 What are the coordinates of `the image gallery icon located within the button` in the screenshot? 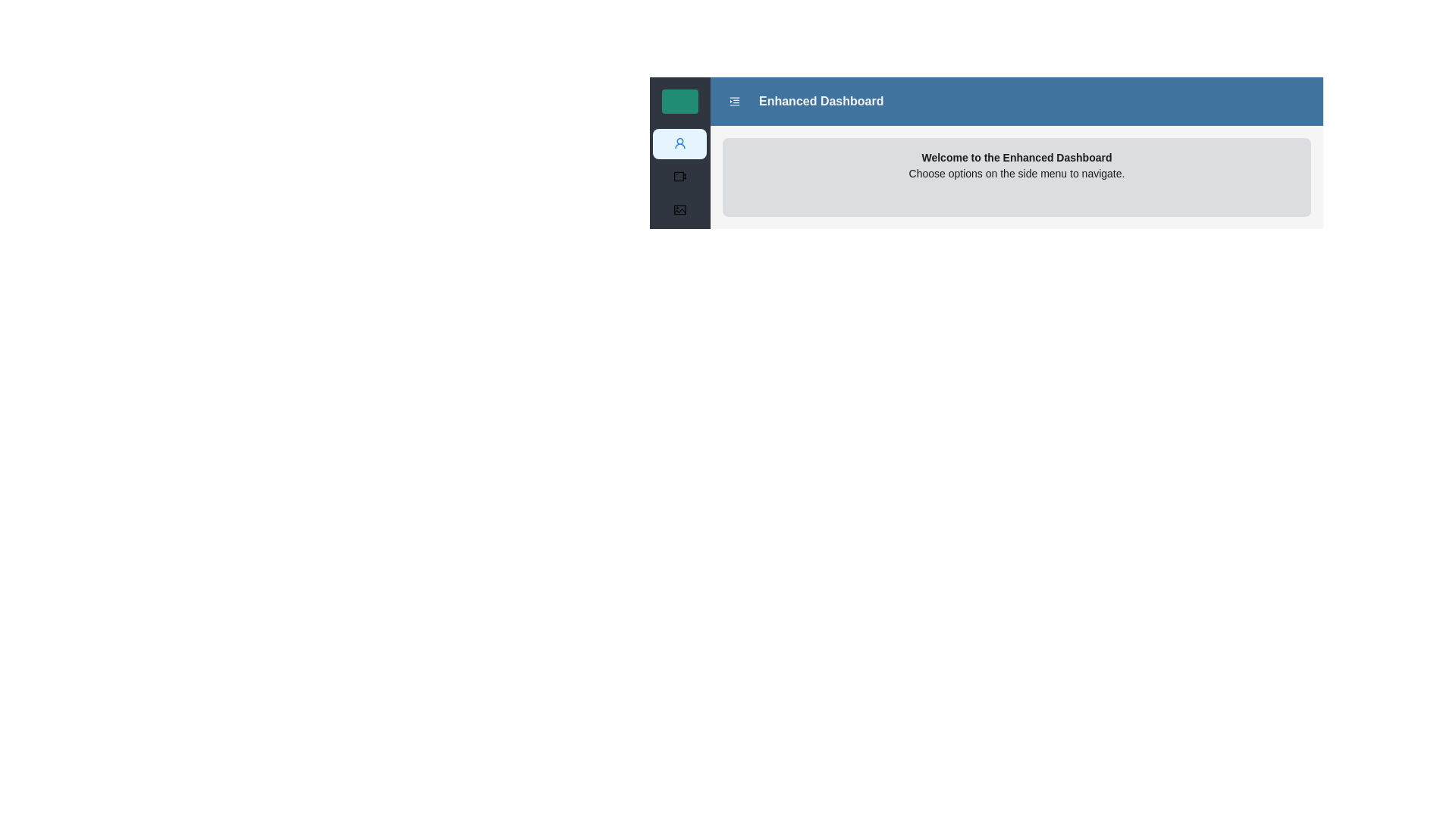 It's located at (679, 210).